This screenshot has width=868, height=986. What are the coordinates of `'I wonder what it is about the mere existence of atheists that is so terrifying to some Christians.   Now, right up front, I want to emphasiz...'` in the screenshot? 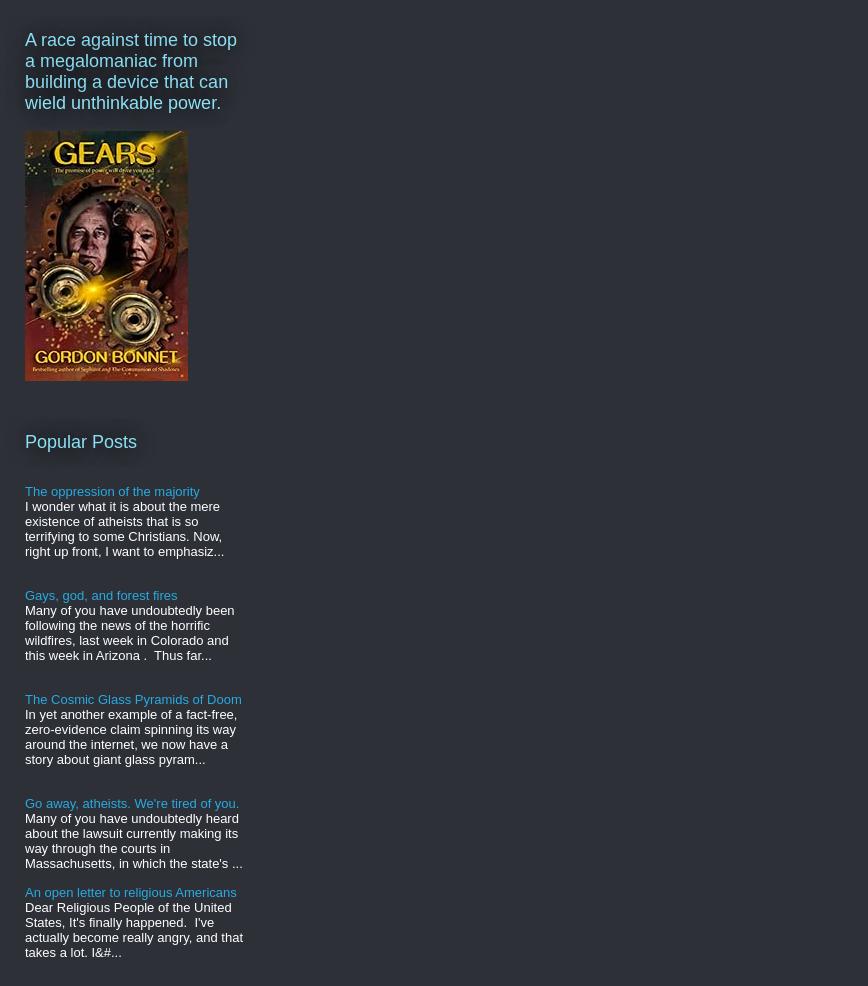 It's located at (124, 527).